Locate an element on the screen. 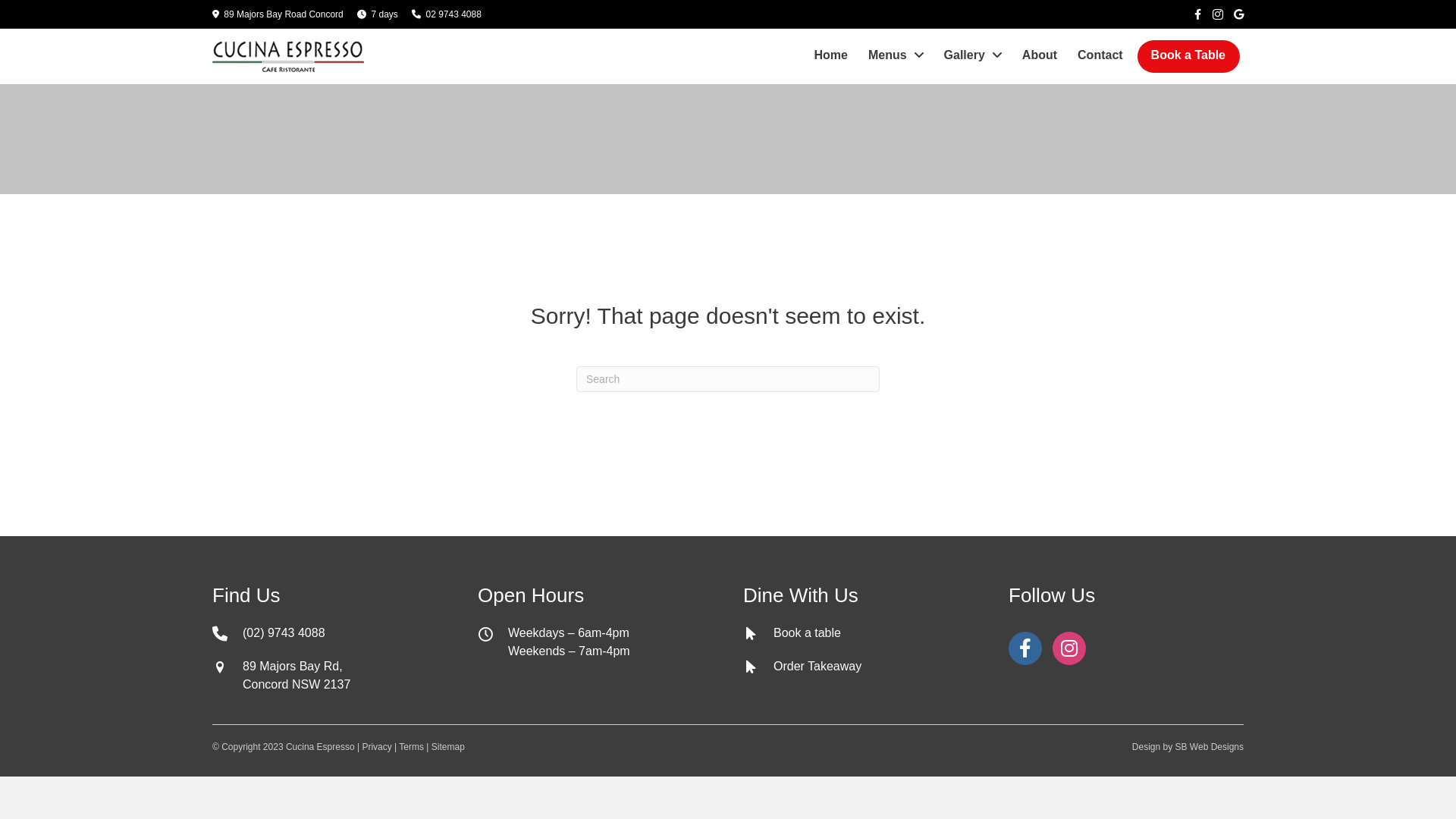 The width and height of the screenshot is (1456, 819). '02 9743 4088' is located at coordinates (452, 14).